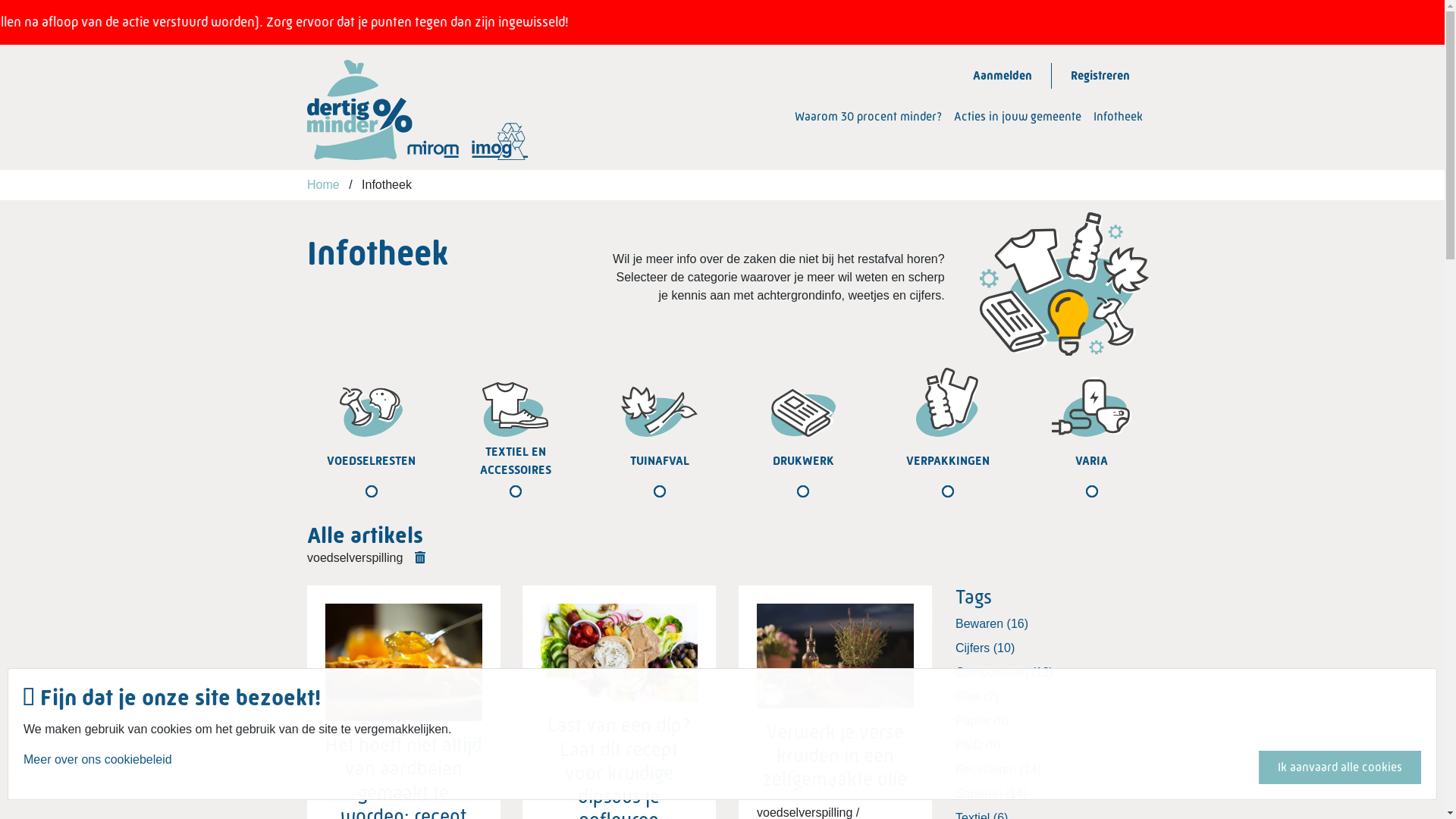  I want to click on 'PMD (6)', so click(1051, 745).